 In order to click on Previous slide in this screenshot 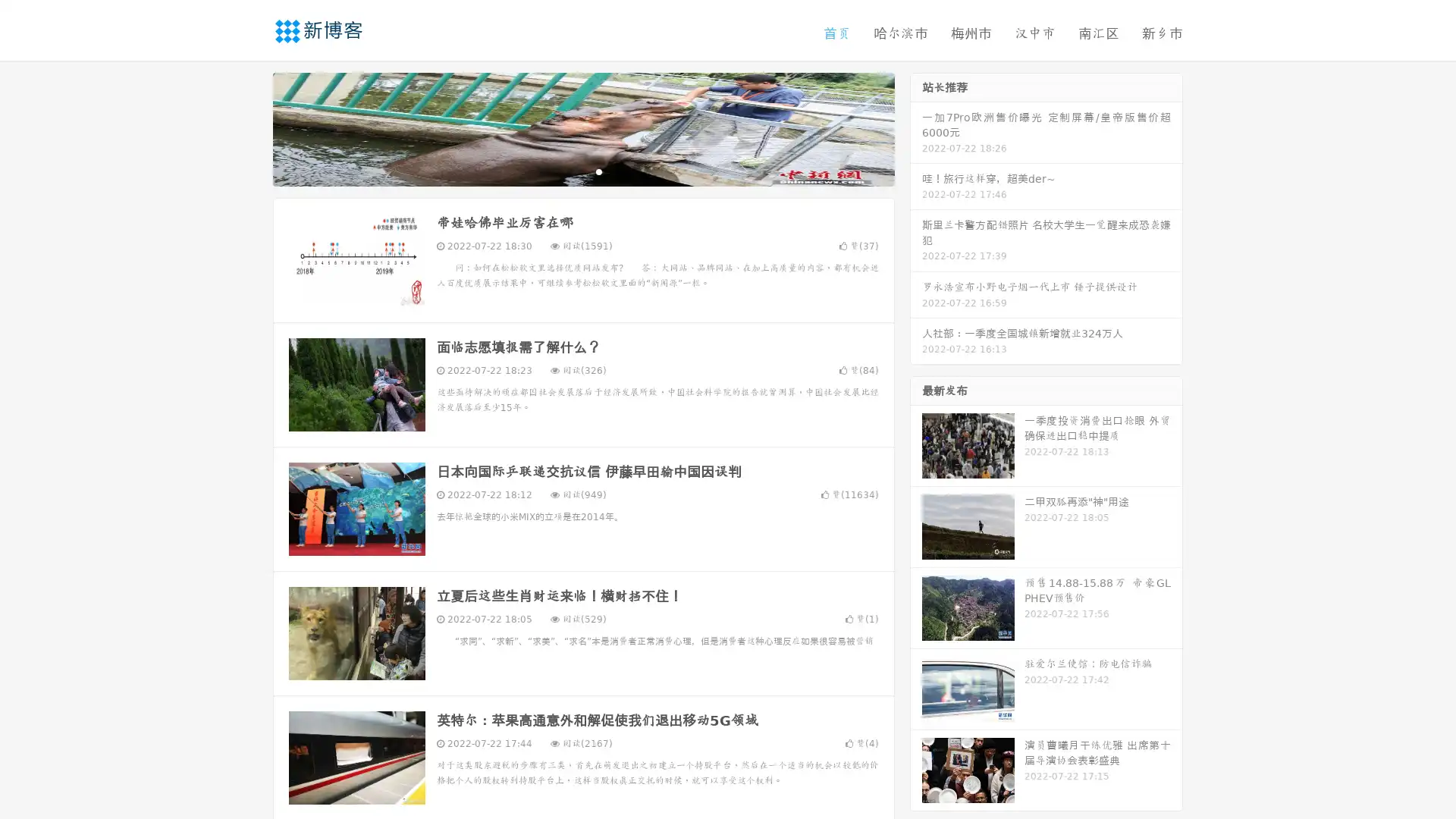, I will do `click(250, 127)`.